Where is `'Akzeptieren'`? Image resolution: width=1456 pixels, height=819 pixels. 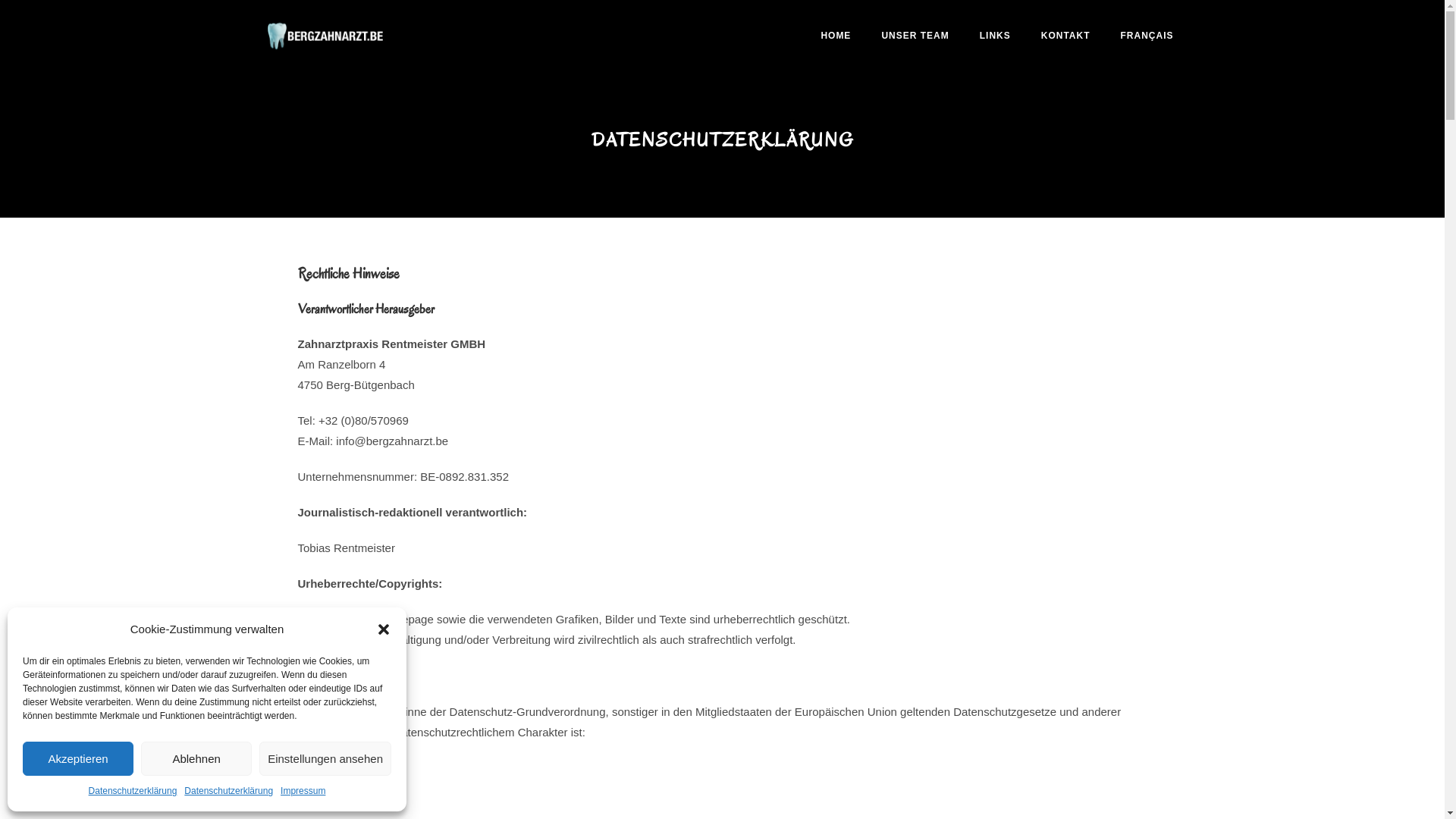 'Akzeptieren' is located at coordinates (77, 758).